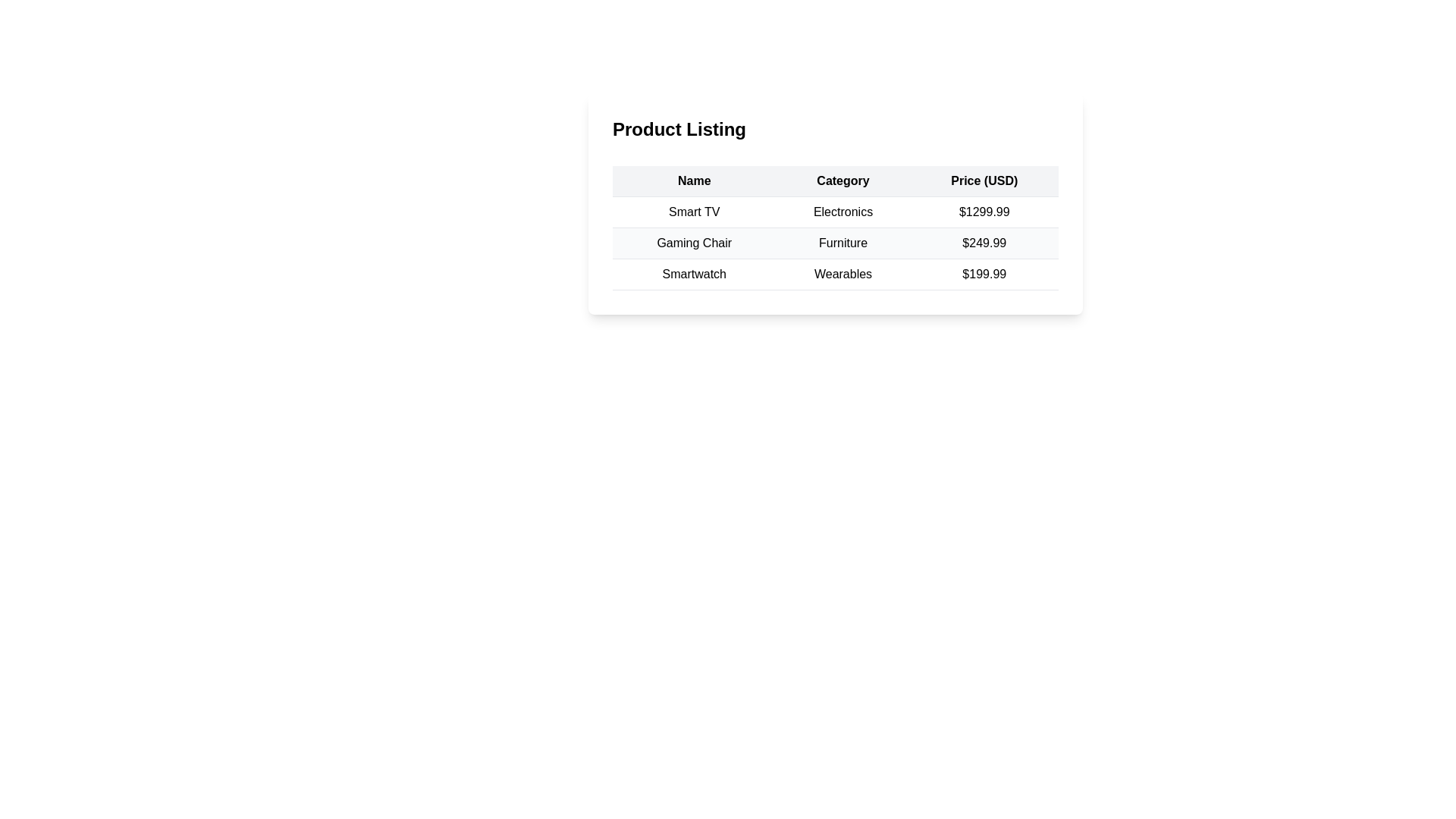 The image size is (1456, 819). What do you see at coordinates (984, 180) in the screenshot?
I see `the 'Price (USD)' header text label in the table, which is located in the third column of the header row, providing context for the values listed below` at bounding box center [984, 180].